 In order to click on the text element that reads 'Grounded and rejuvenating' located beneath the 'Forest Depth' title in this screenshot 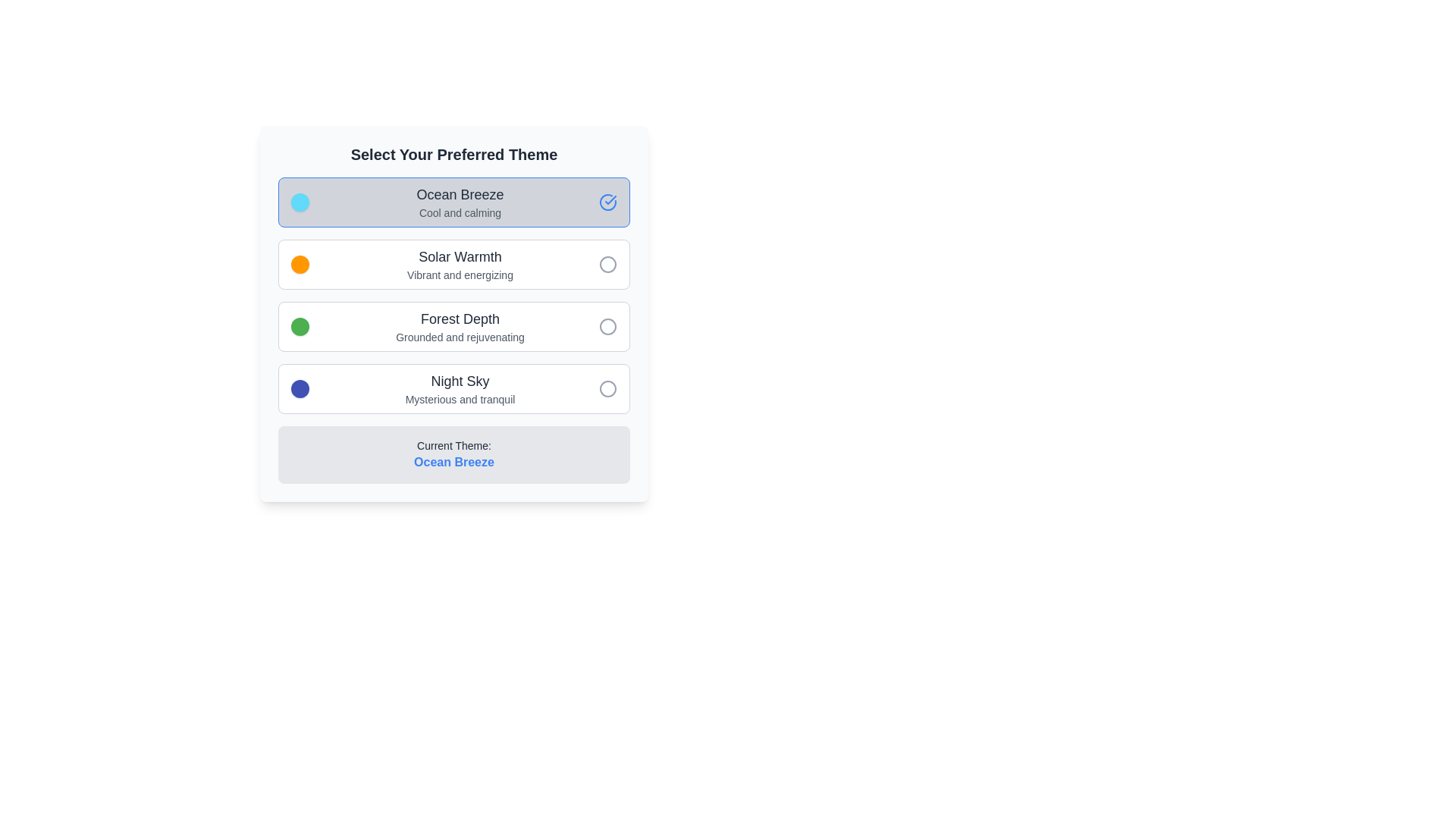, I will do `click(459, 336)`.